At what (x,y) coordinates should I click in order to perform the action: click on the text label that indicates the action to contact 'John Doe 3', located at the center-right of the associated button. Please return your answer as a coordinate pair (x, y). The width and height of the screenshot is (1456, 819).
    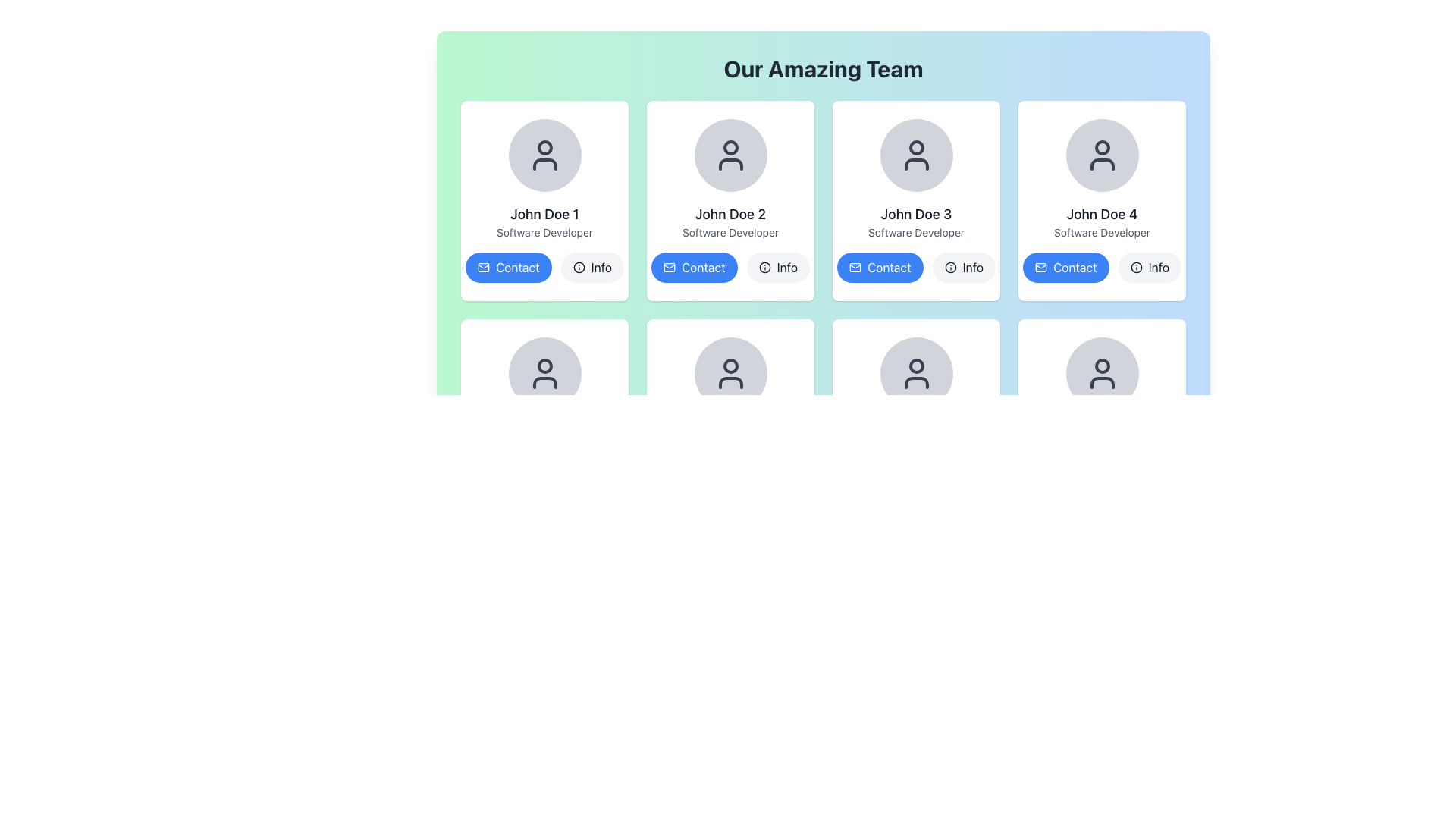
    Looking at the image, I should click on (889, 267).